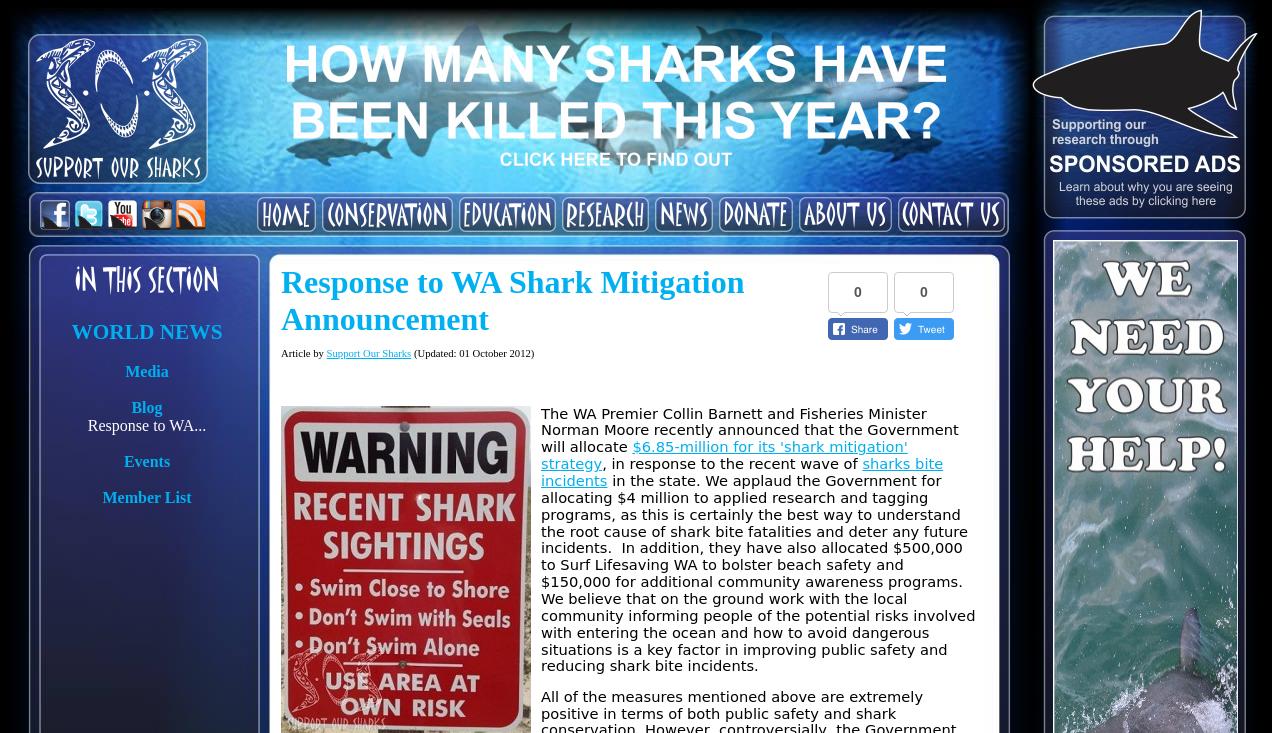 This screenshot has height=733, width=1272. What do you see at coordinates (145, 460) in the screenshot?
I see `'Events'` at bounding box center [145, 460].